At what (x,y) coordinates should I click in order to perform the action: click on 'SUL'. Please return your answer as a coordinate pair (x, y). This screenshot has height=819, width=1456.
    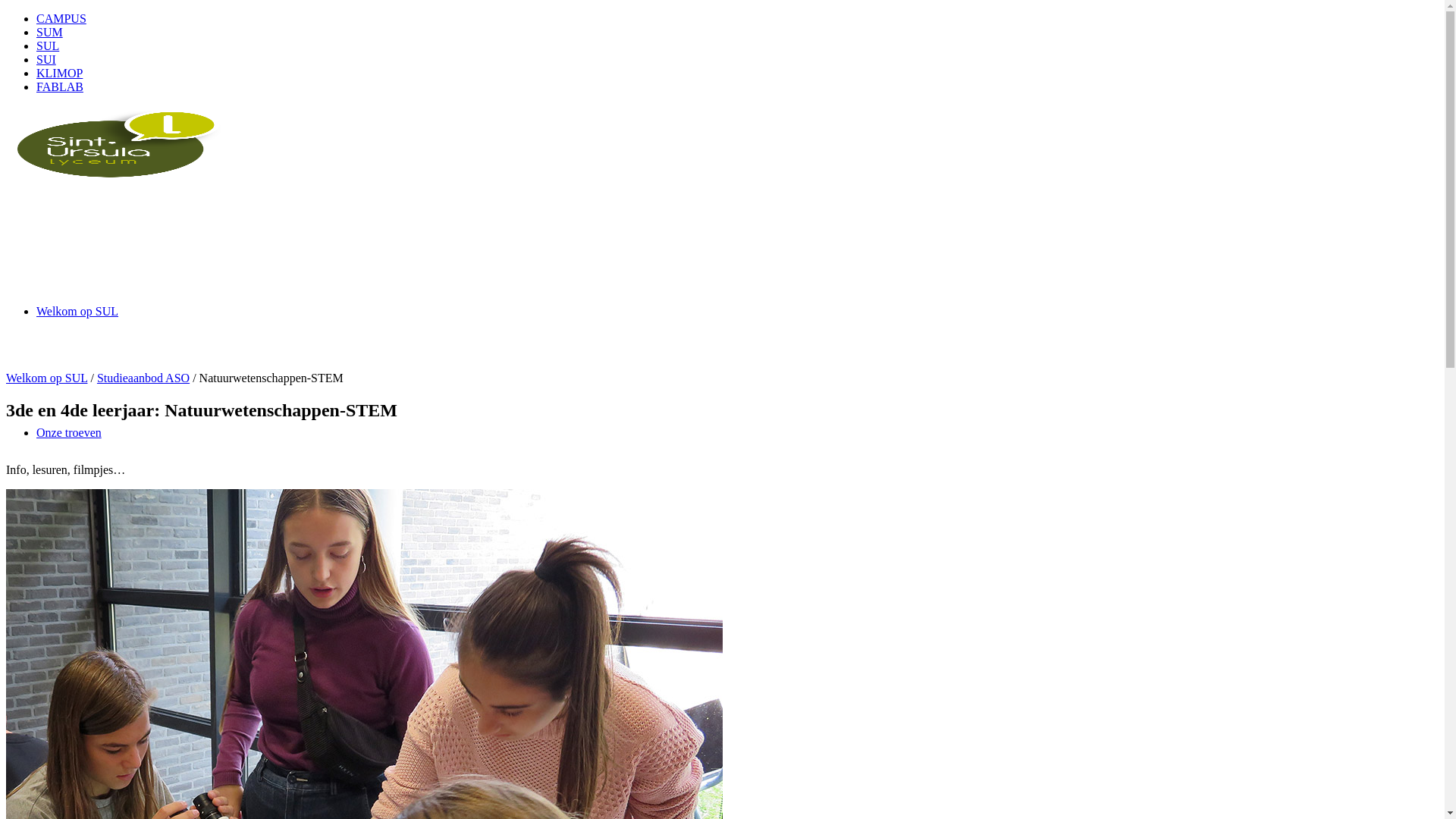
    Looking at the image, I should click on (47, 45).